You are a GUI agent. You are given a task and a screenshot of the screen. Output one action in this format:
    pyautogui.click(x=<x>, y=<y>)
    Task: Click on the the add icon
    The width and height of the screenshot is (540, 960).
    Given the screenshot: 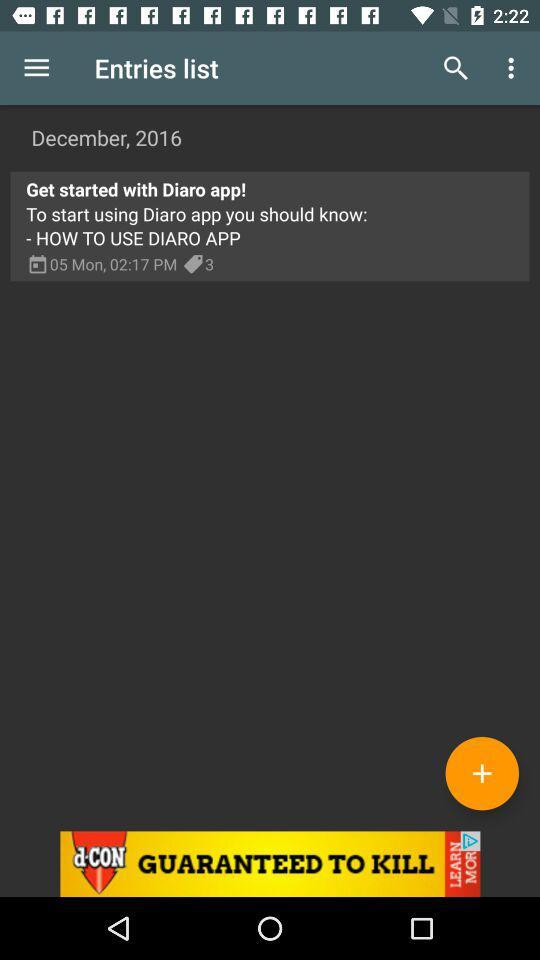 What is the action you would take?
    pyautogui.click(x=481, y=772)
    